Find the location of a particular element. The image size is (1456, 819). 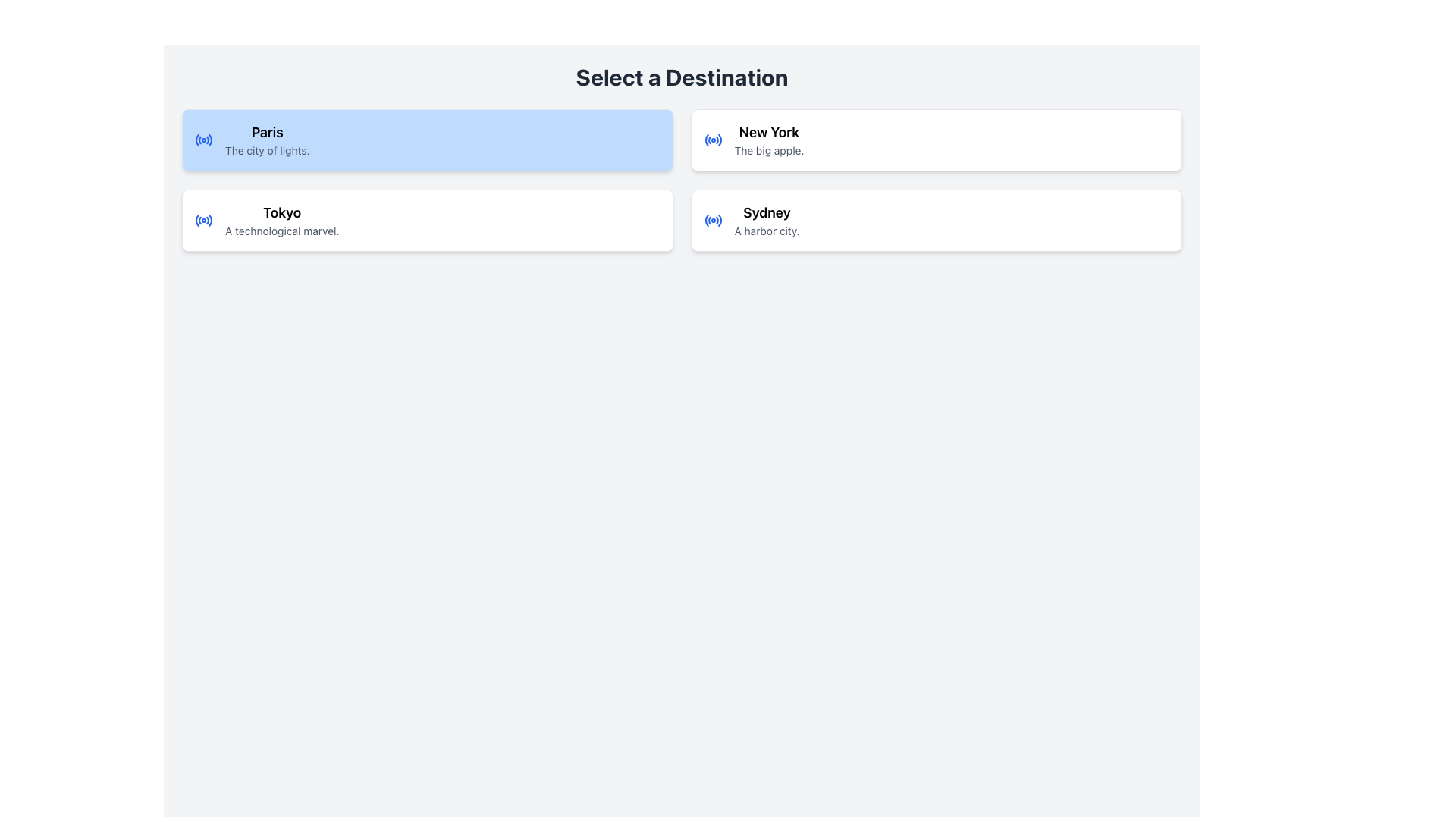

text label for the city card labeled 'Sydney', which is the title for the selection card located in the bottom-right of the grid structure is located at coordinates (767, 213).